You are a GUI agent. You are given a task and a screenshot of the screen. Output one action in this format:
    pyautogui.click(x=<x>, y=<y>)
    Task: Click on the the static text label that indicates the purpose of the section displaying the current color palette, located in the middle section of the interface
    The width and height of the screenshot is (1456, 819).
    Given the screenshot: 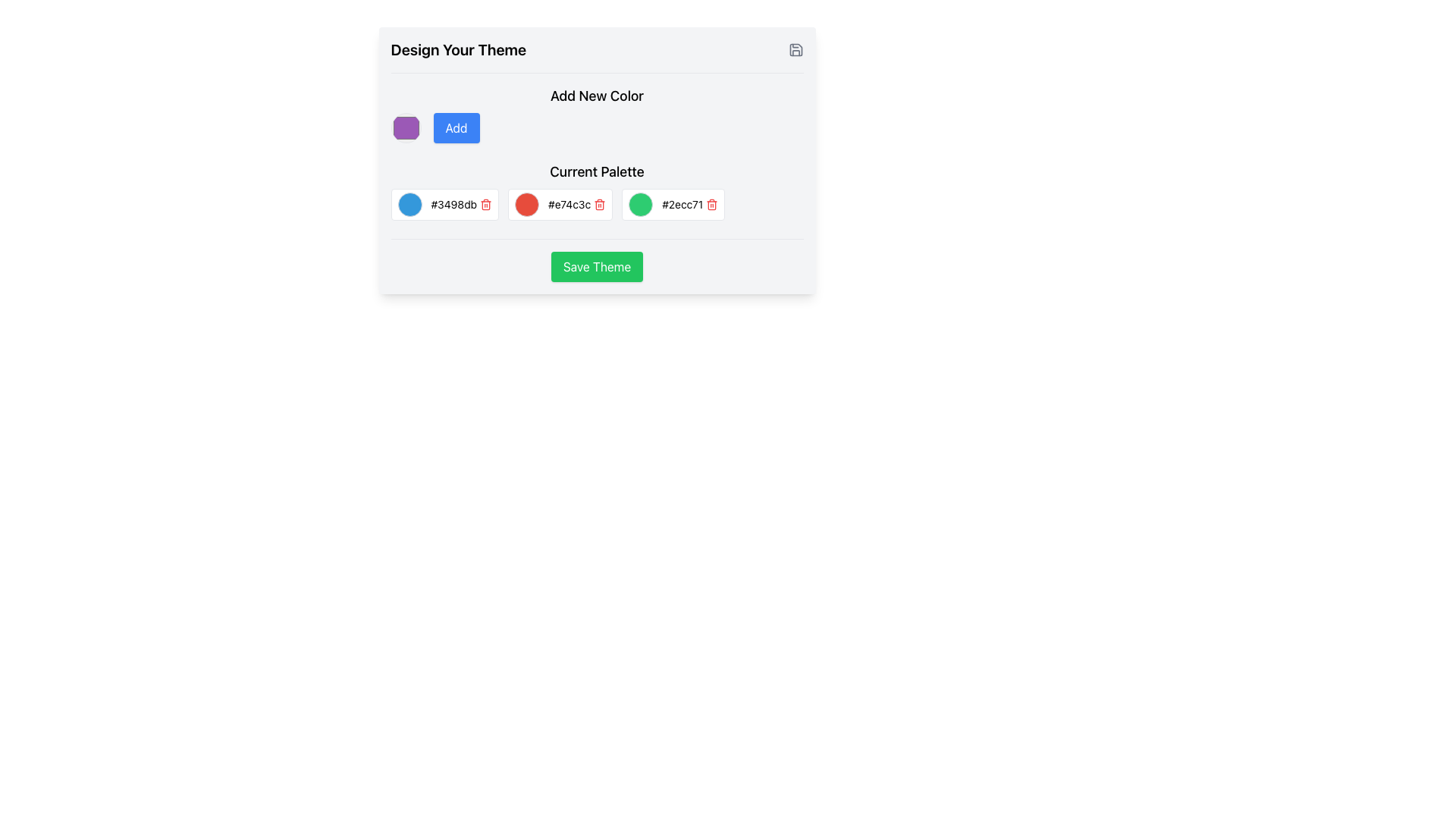 What is the action you would take?
    pyautogui.click(x=596, y=174)
    